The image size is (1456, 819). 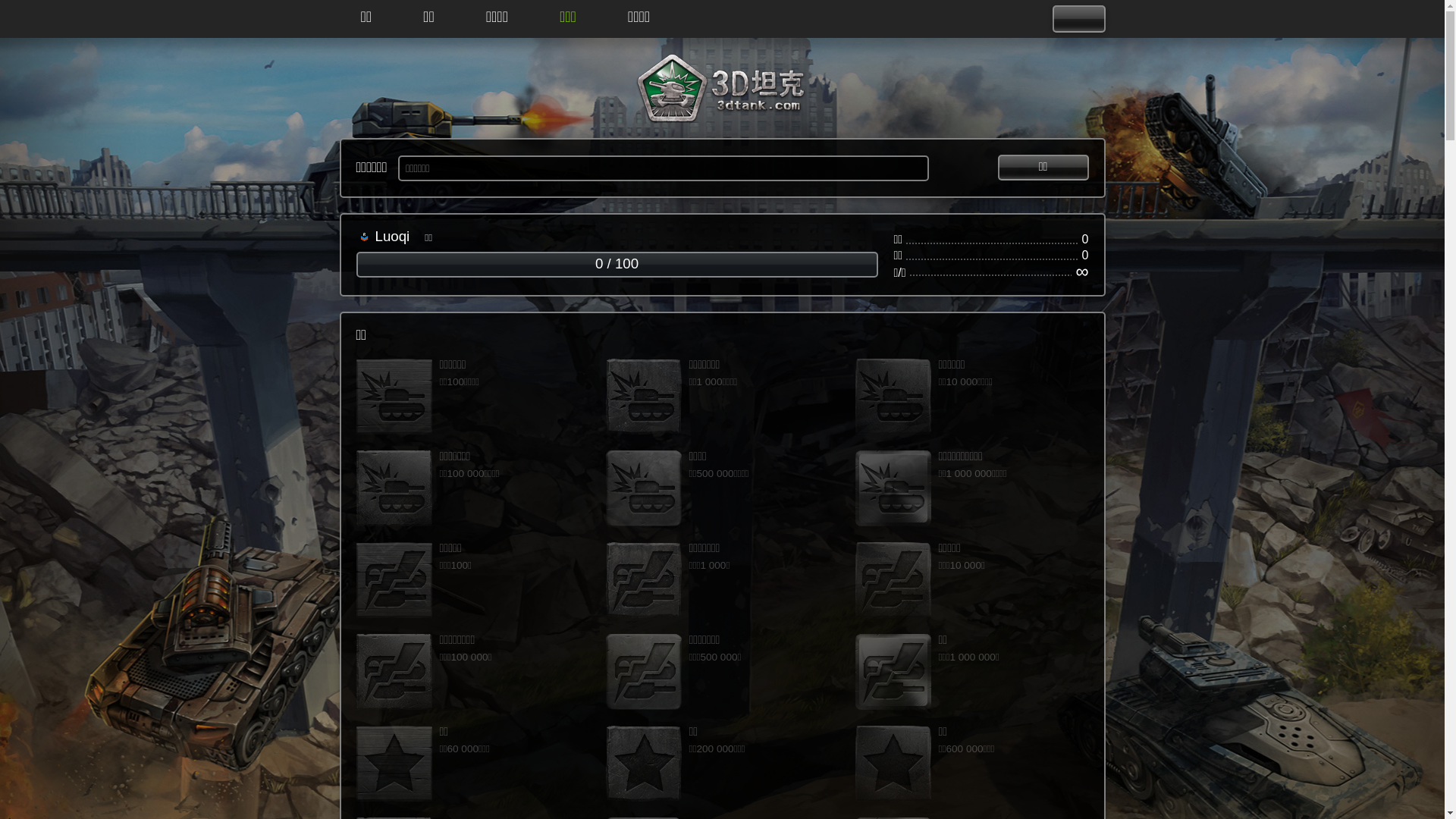 What do you see at coordinates (392, 236) in the screenshot?
I see `'Luoqi'` at bounding box center [392, 236].